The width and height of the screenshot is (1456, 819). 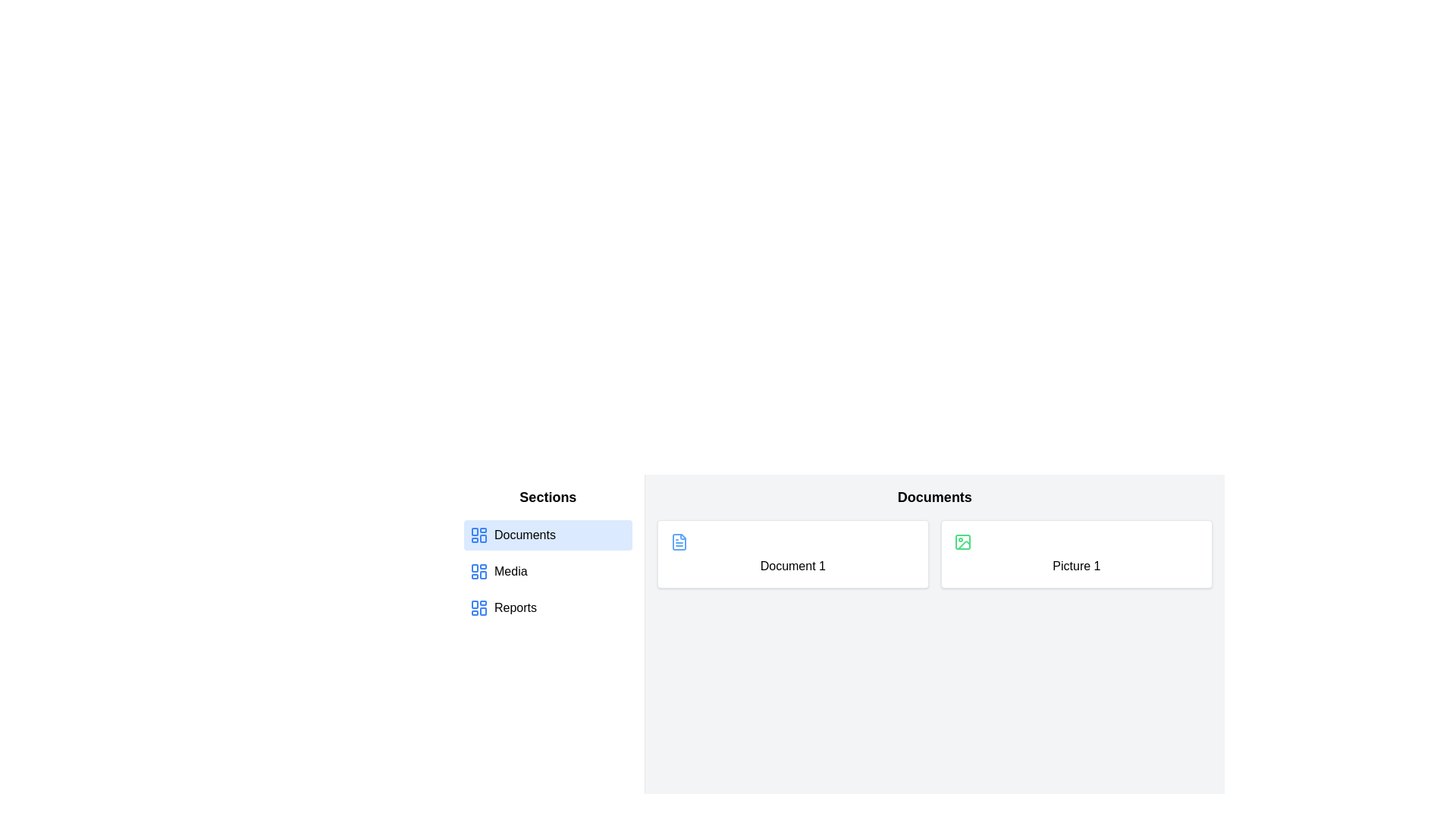 What do you see at coordinates (474, 531) in the screenshot?
I see `the static decorative element within the SVG icon representing a dashboard layout, located at the top-left corner of the interface` at bounding box center [474, 531].